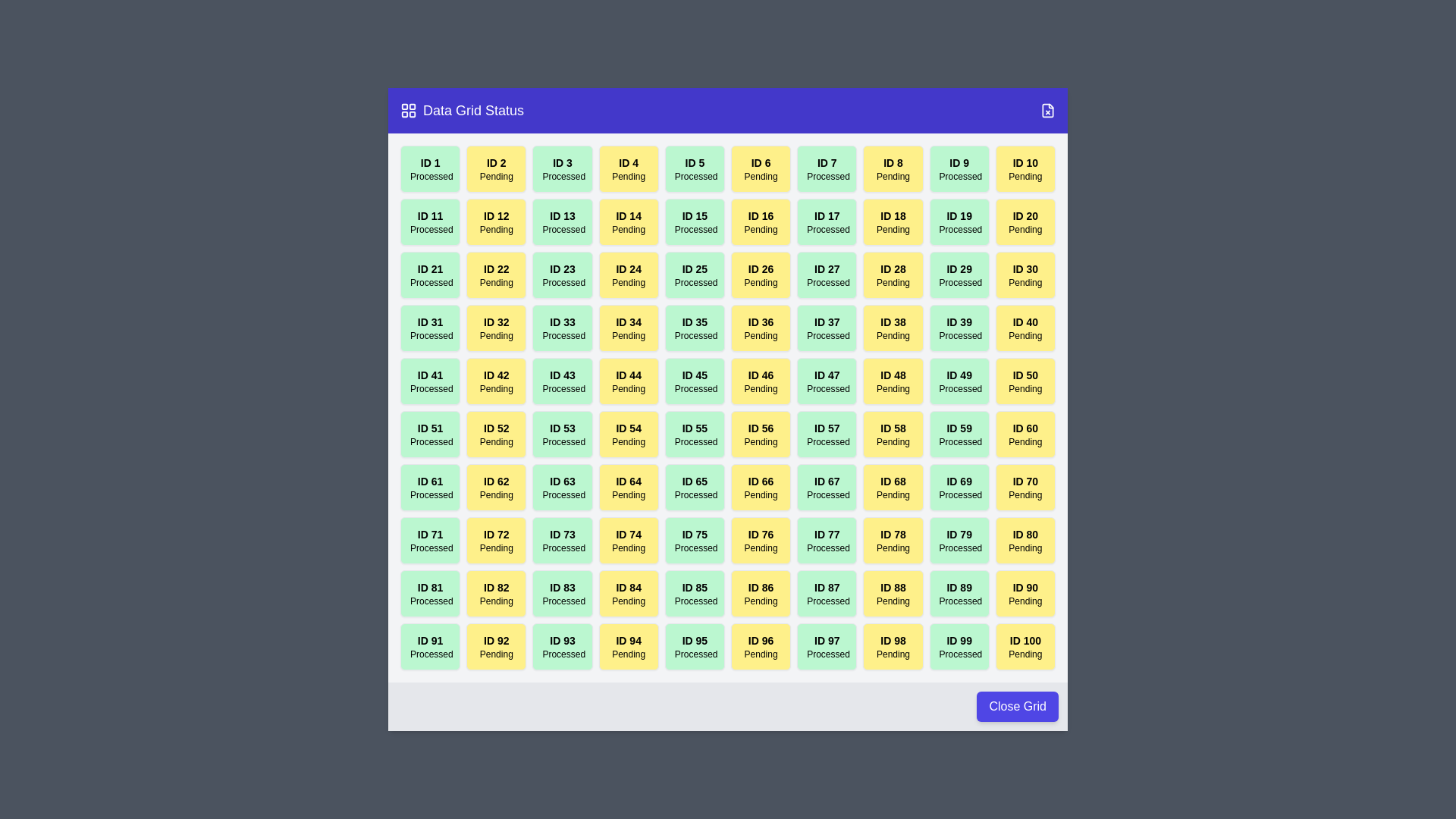  I want to click on the 'Close Grid' button to toggle the visibility of the dialog, so click(1018, 707).